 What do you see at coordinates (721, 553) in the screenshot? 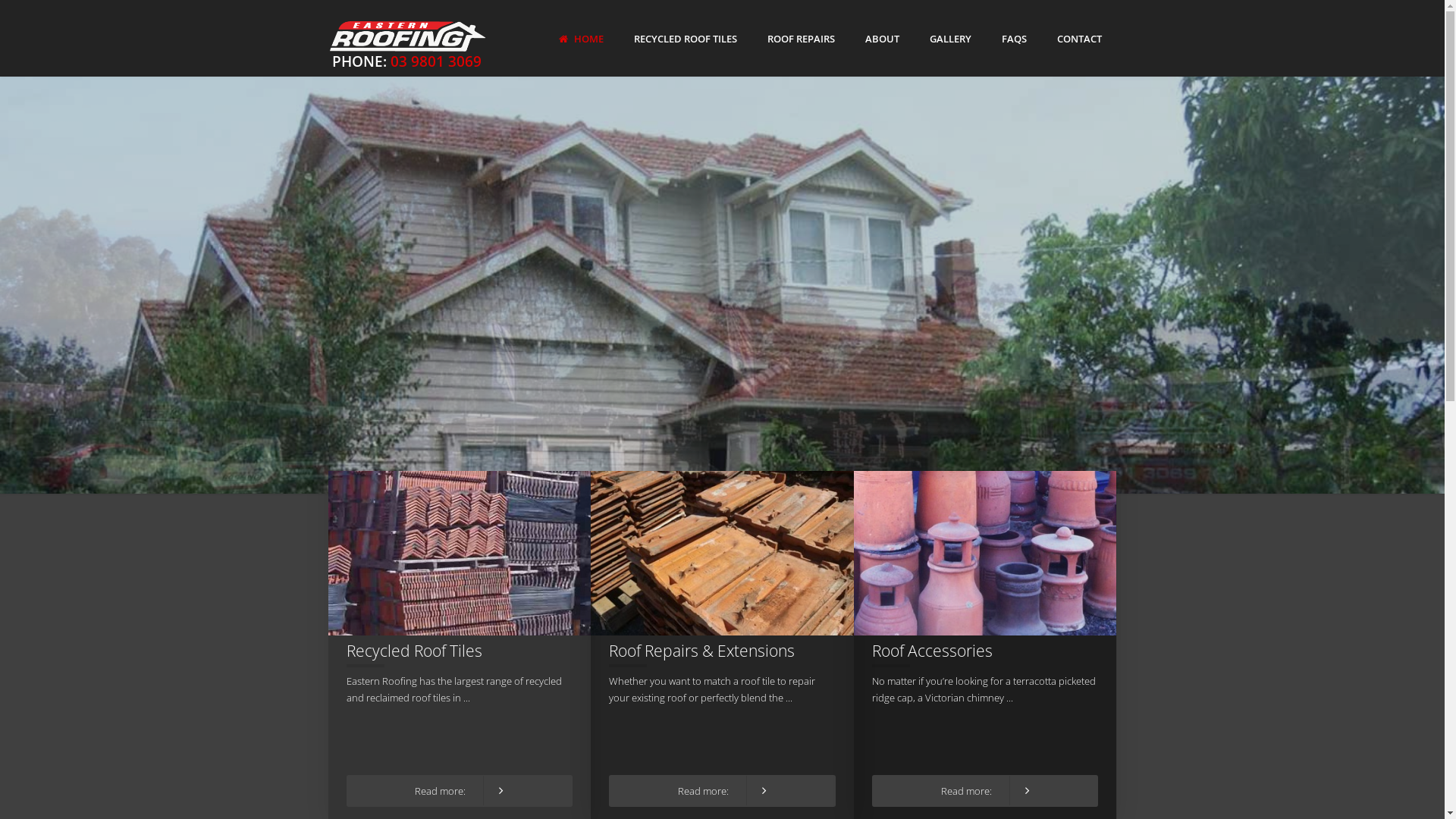
I see `'Roof Repairs & Extensions'` at bounding box center [721, 553].